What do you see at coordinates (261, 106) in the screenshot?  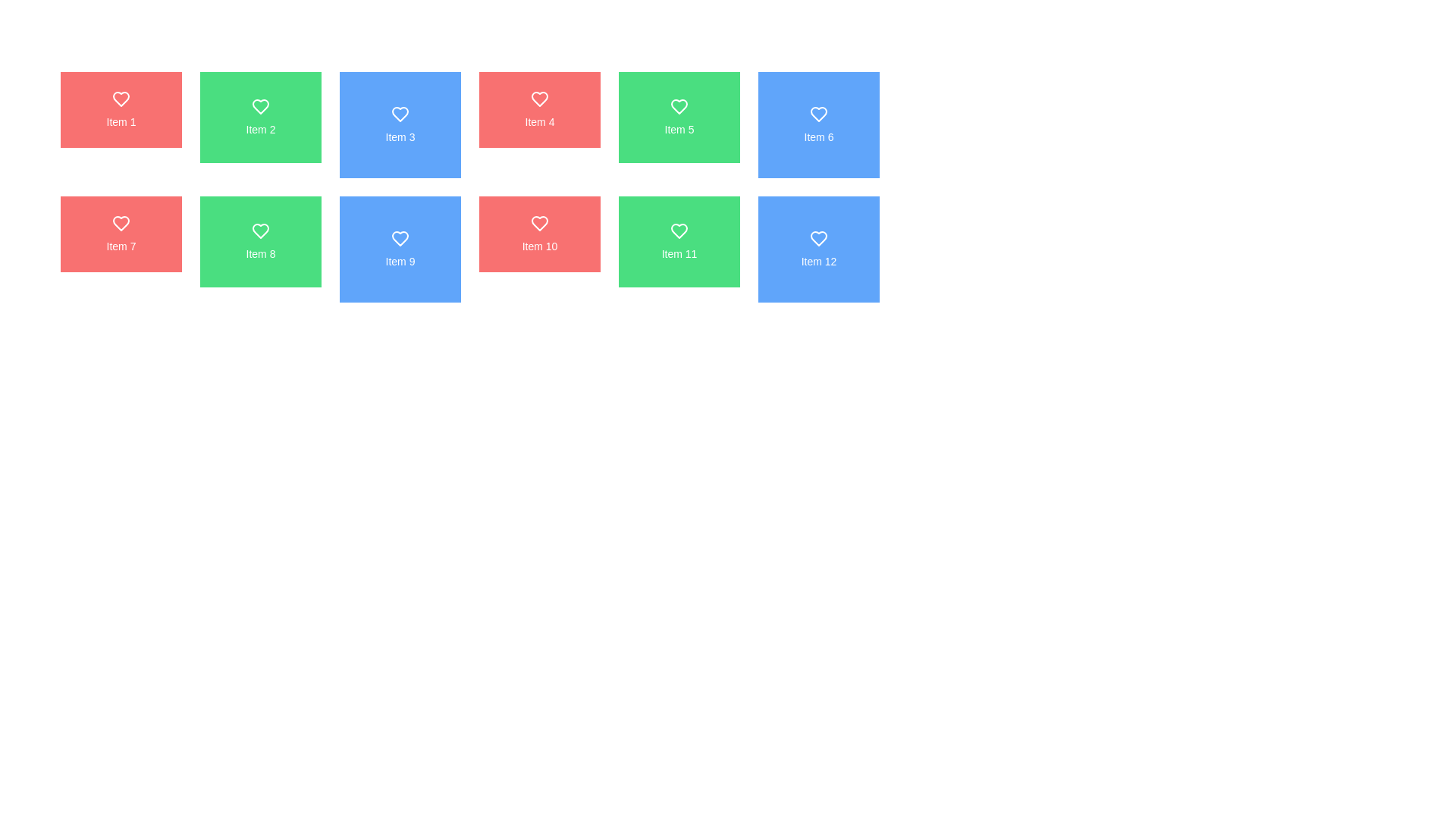 I see `the heart-shaped icon with a white outline located within the green button labeled 'Item 2' to favorite or like the item` at bounding box center [261, 106].